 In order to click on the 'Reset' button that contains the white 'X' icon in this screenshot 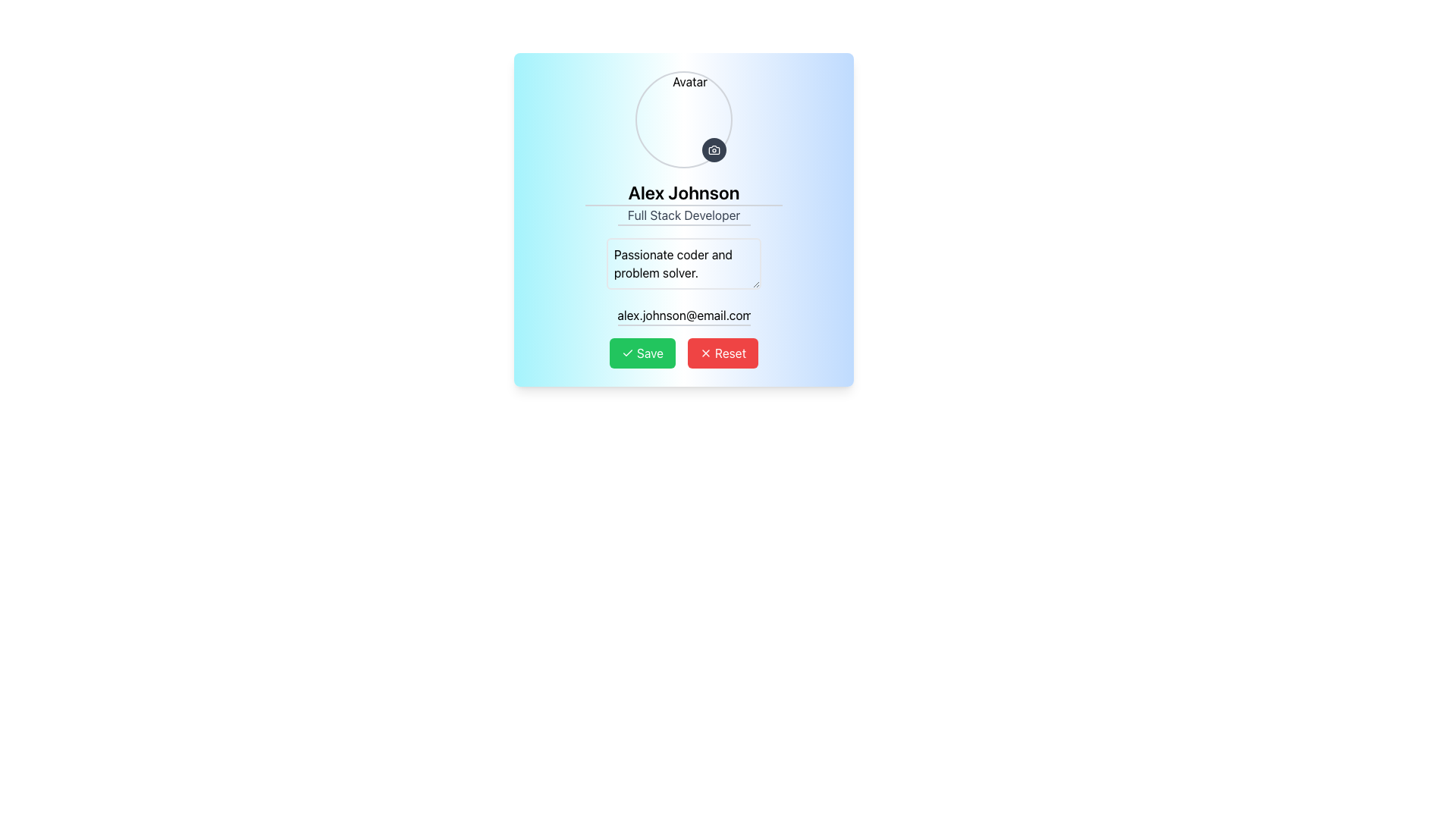, I will do `click(705, 353)`.